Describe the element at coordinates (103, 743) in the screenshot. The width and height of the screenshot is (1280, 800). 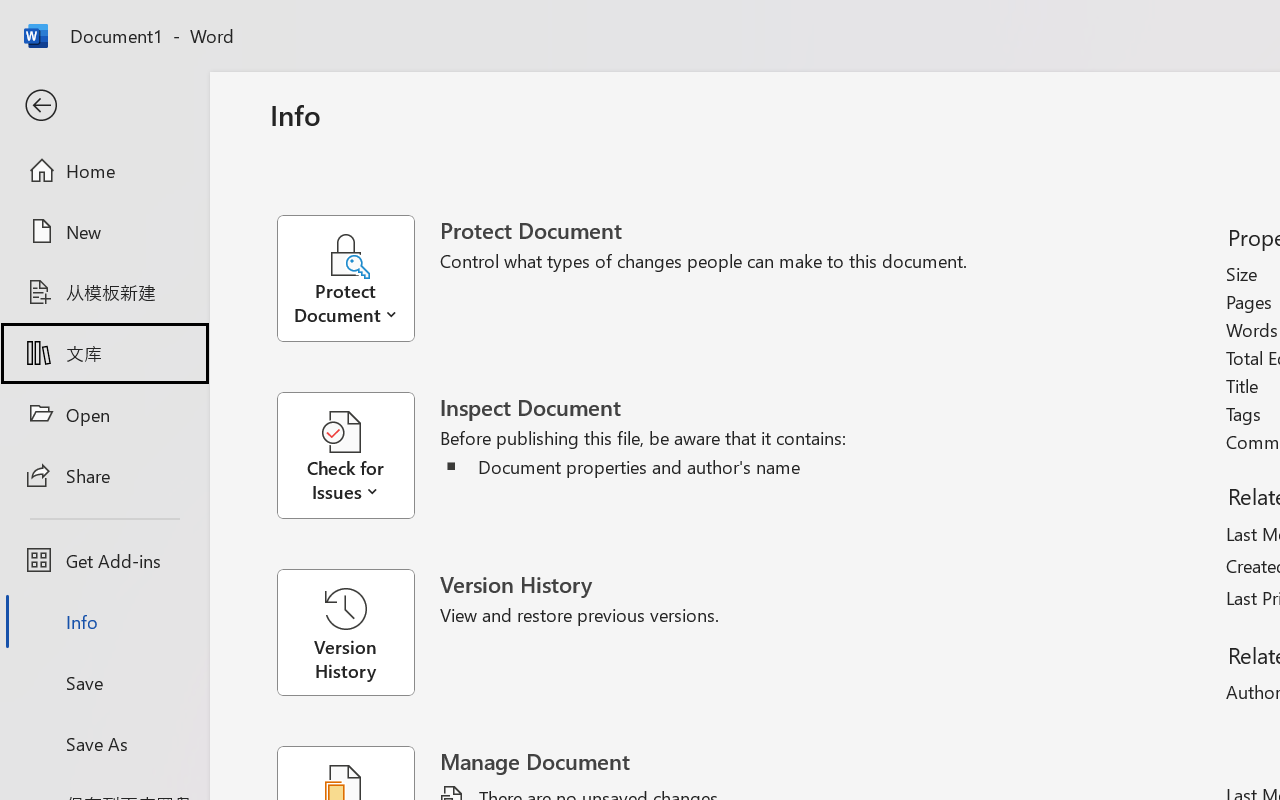
I see `'Save As'` at that location.